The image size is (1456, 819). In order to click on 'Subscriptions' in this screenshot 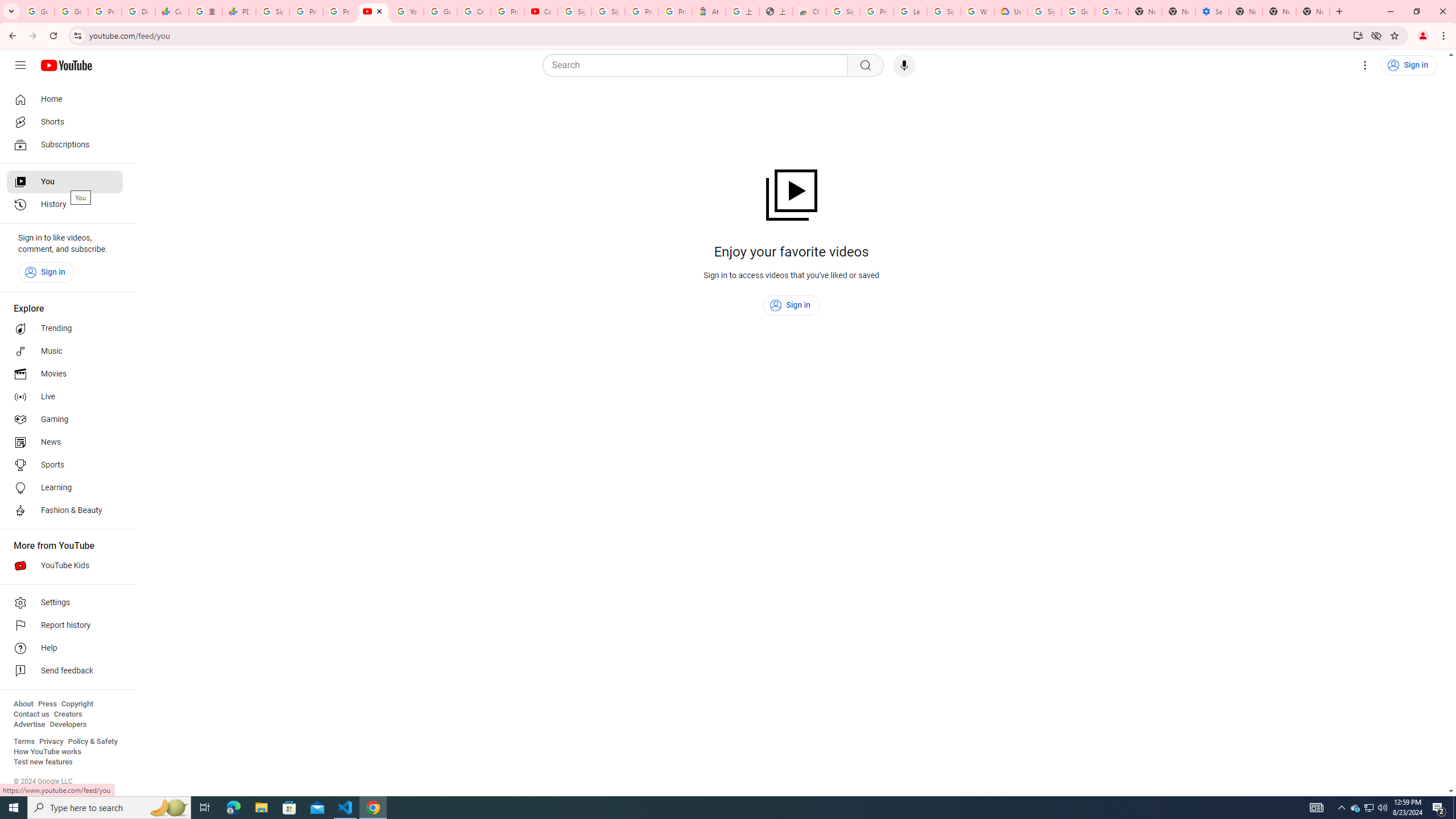, I will do `click(64, 144)`.